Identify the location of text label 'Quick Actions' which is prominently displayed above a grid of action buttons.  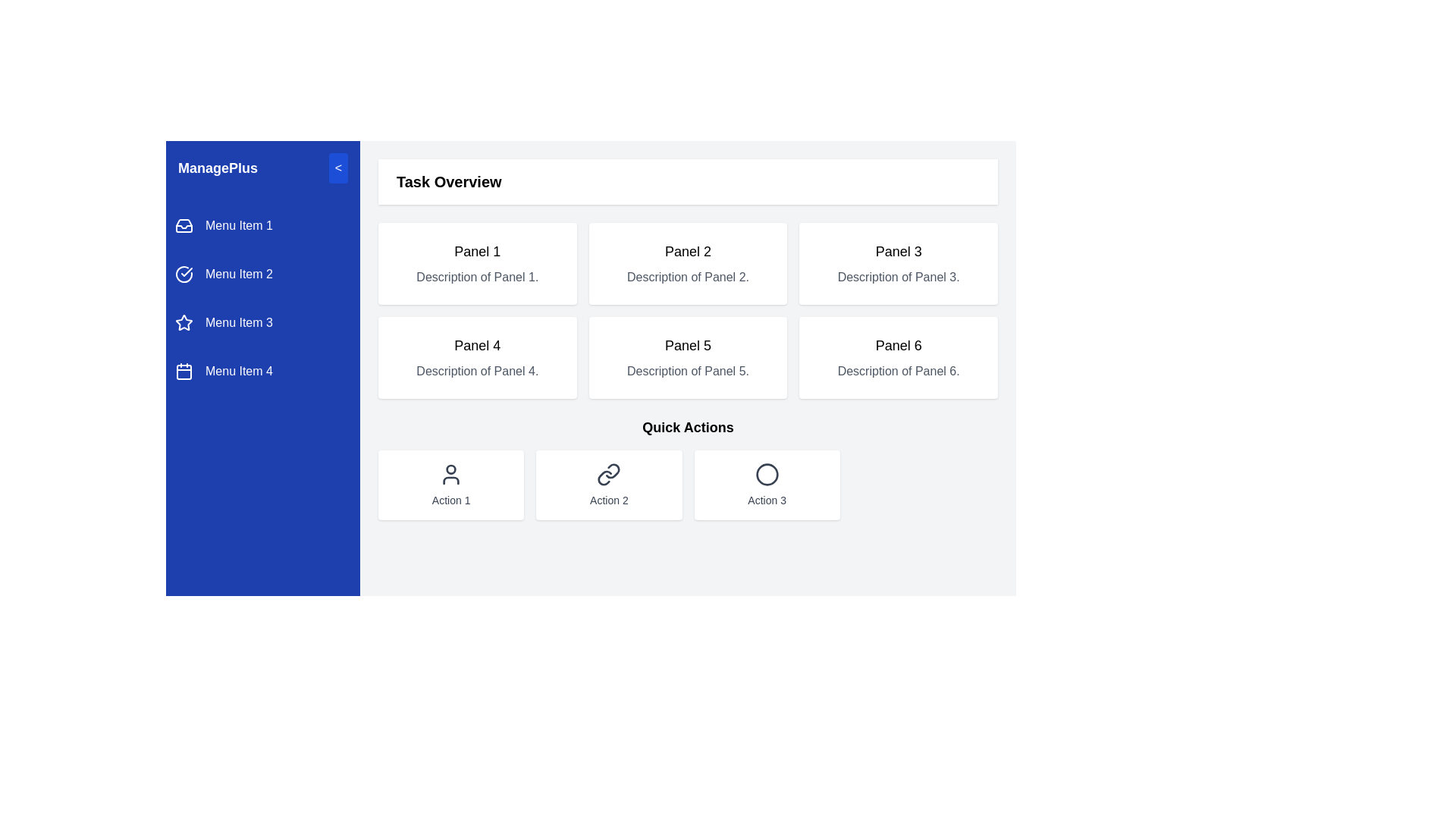
(687, 427).